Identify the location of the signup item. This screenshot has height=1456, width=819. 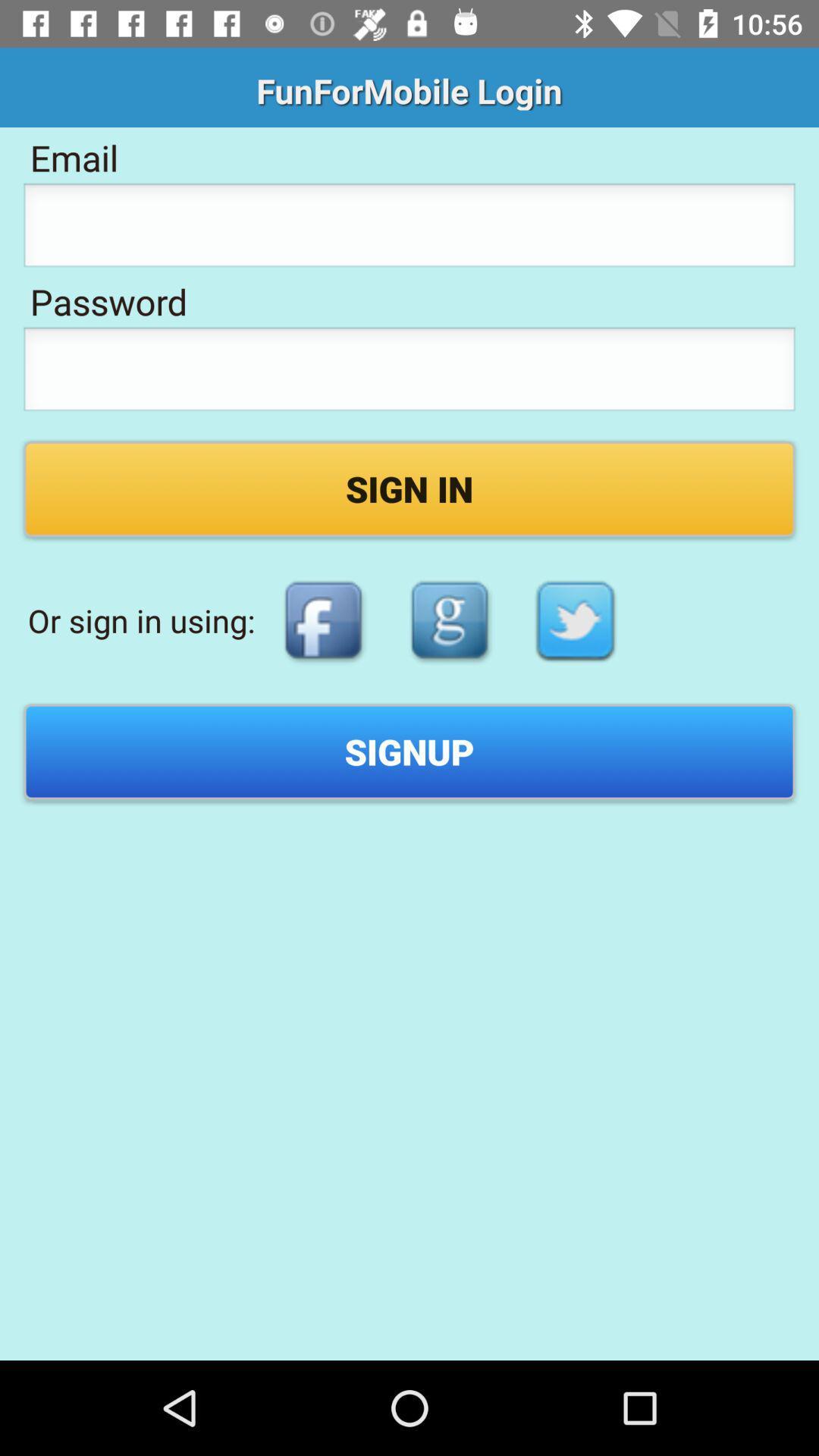
(409, 752).